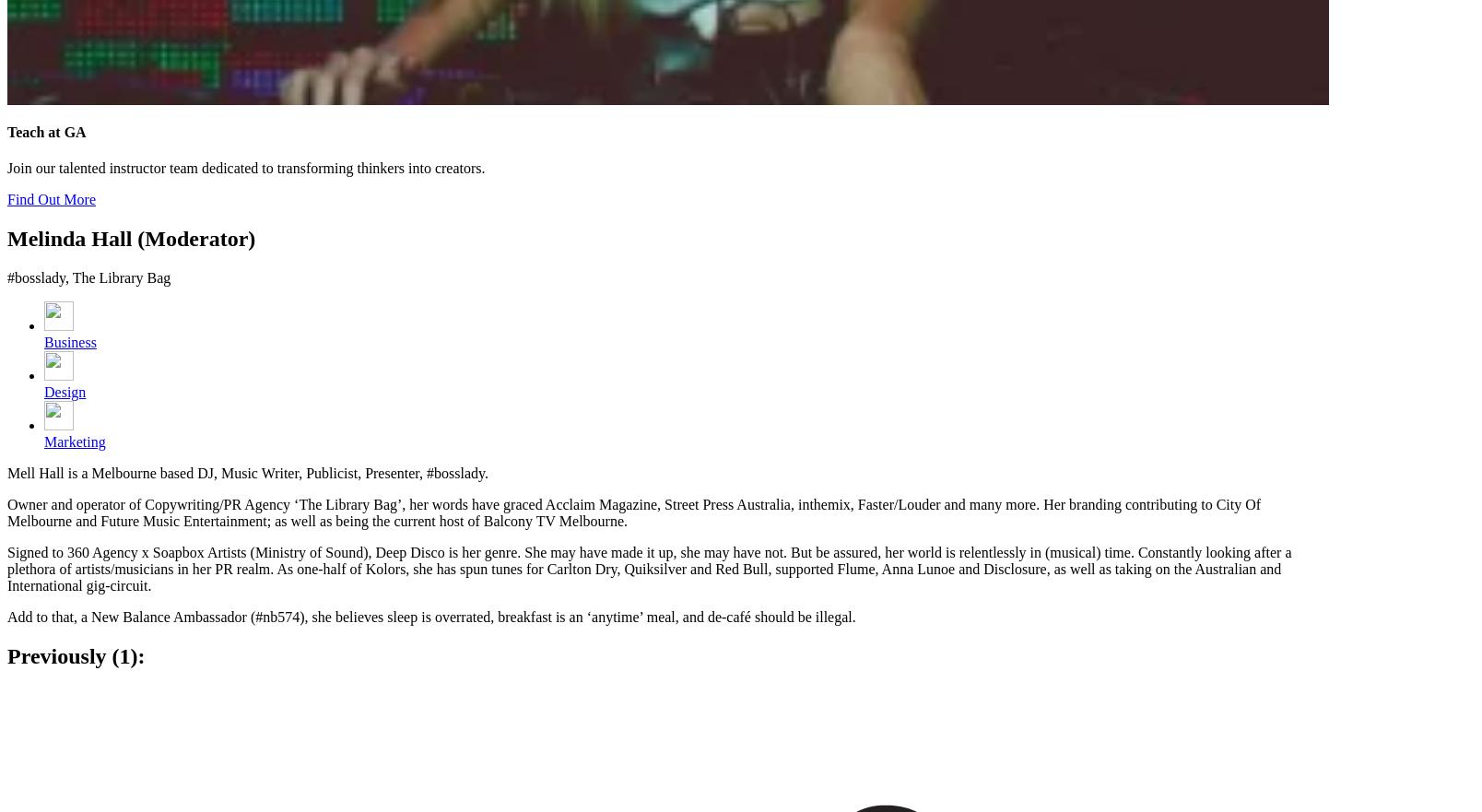 The width and height of the screenshot is (1482, 812). I want to click on 'Business', so click(70, 341).